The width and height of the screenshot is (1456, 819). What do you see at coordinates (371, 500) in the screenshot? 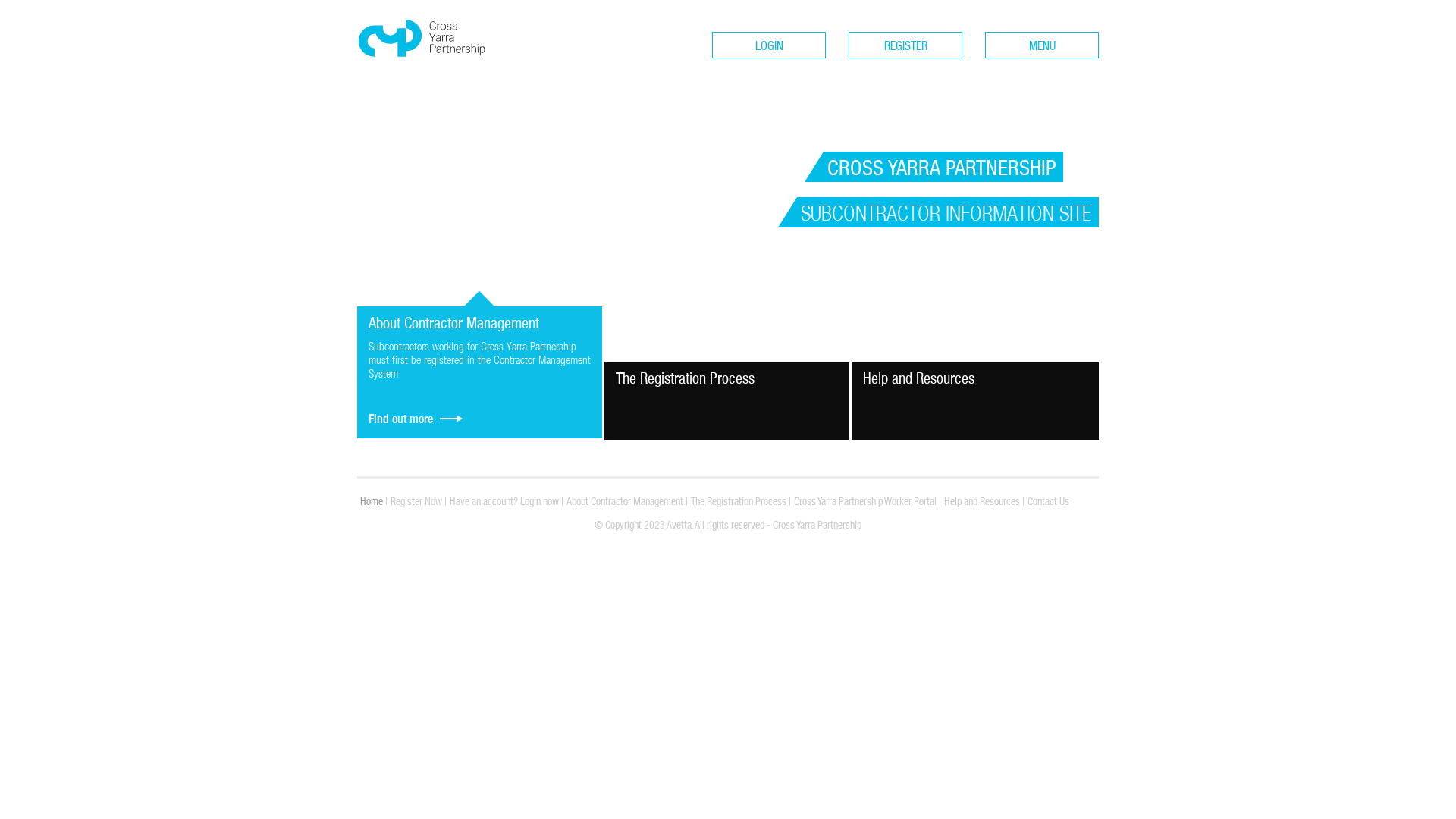
I see `'Home'` at bounding box center [371, 500].